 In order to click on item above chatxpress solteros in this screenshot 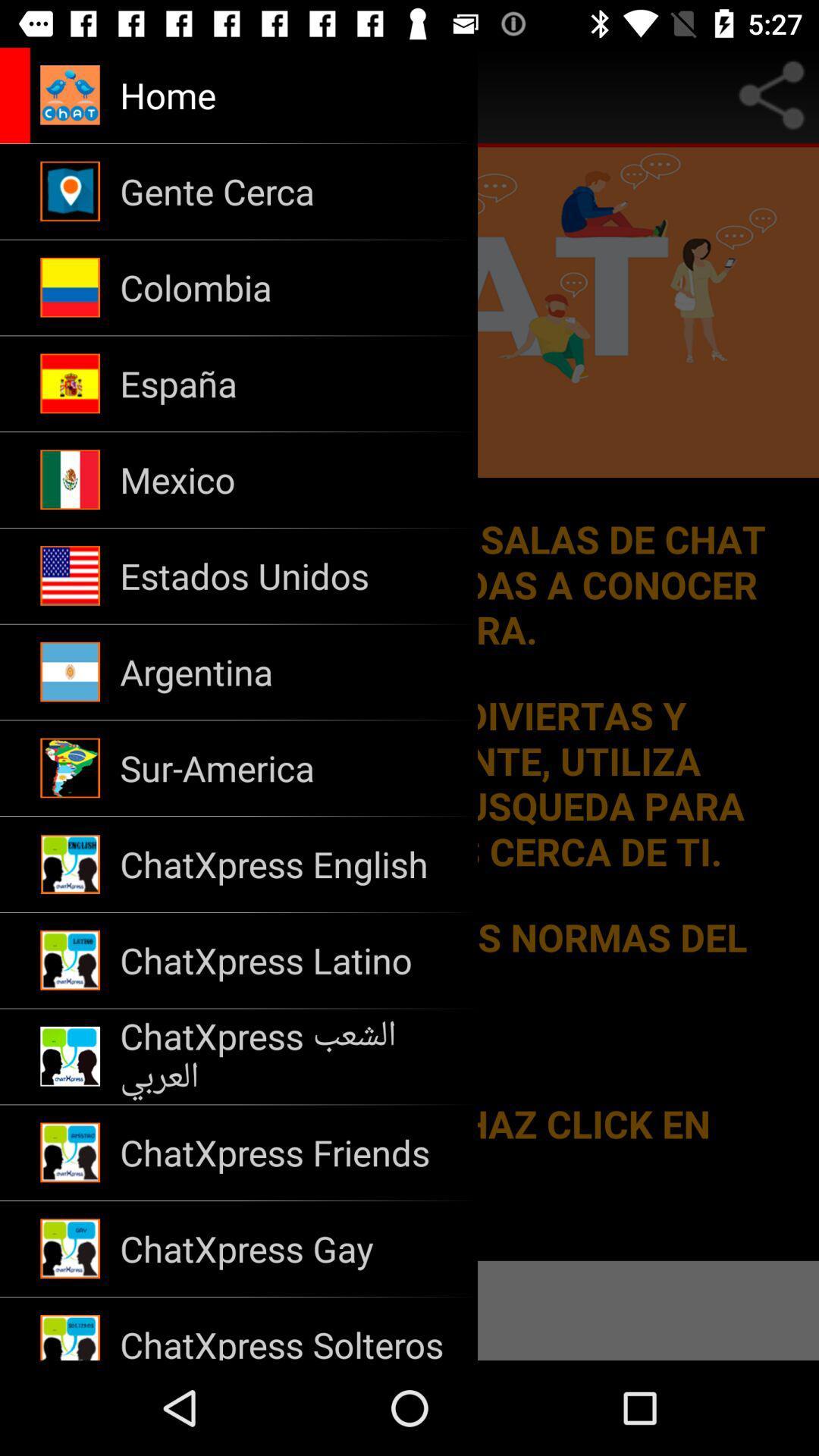, I will do `click(289, 1248)`.